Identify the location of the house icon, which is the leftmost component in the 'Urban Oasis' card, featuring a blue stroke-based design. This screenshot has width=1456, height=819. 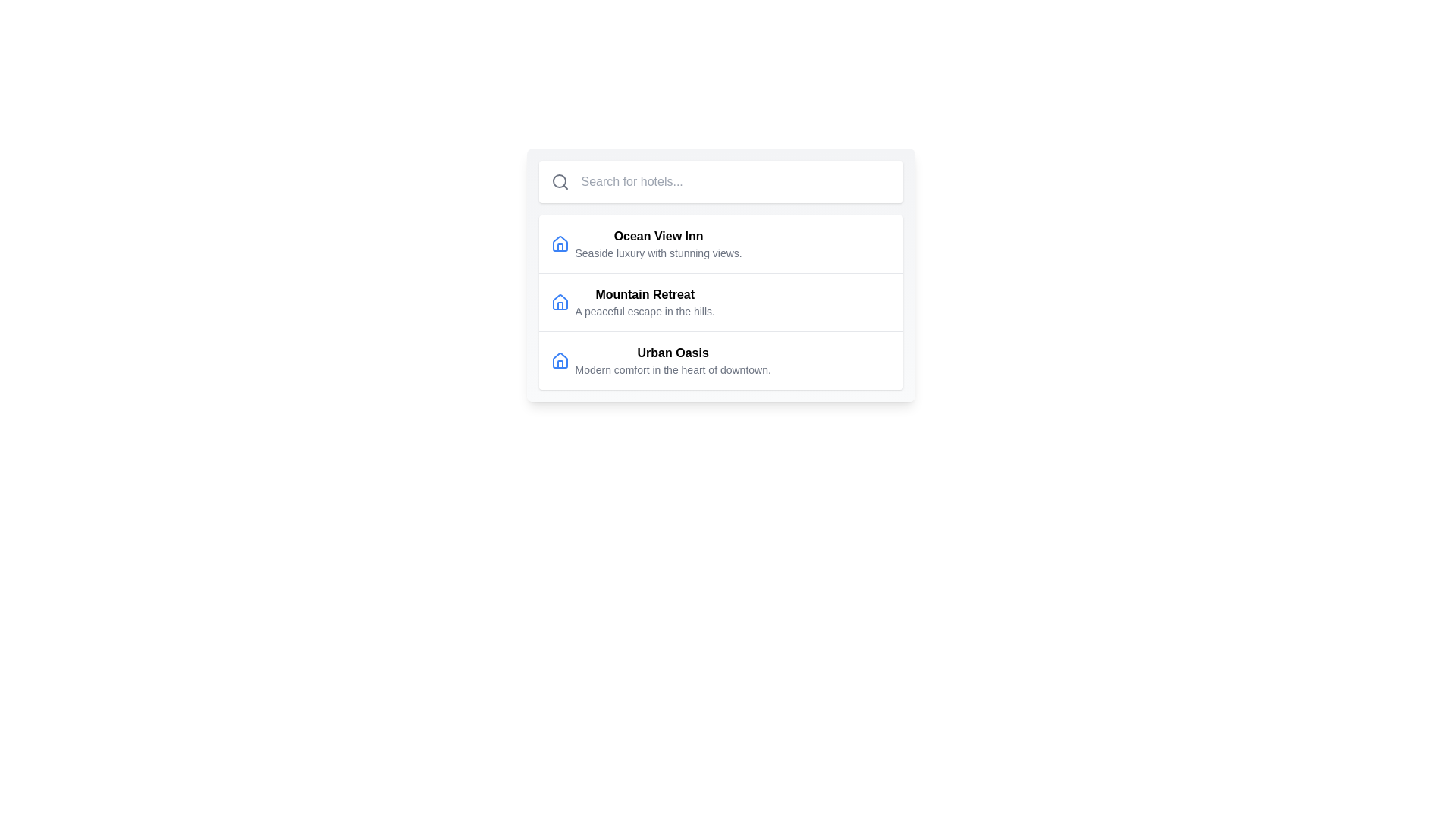
(559, 360).